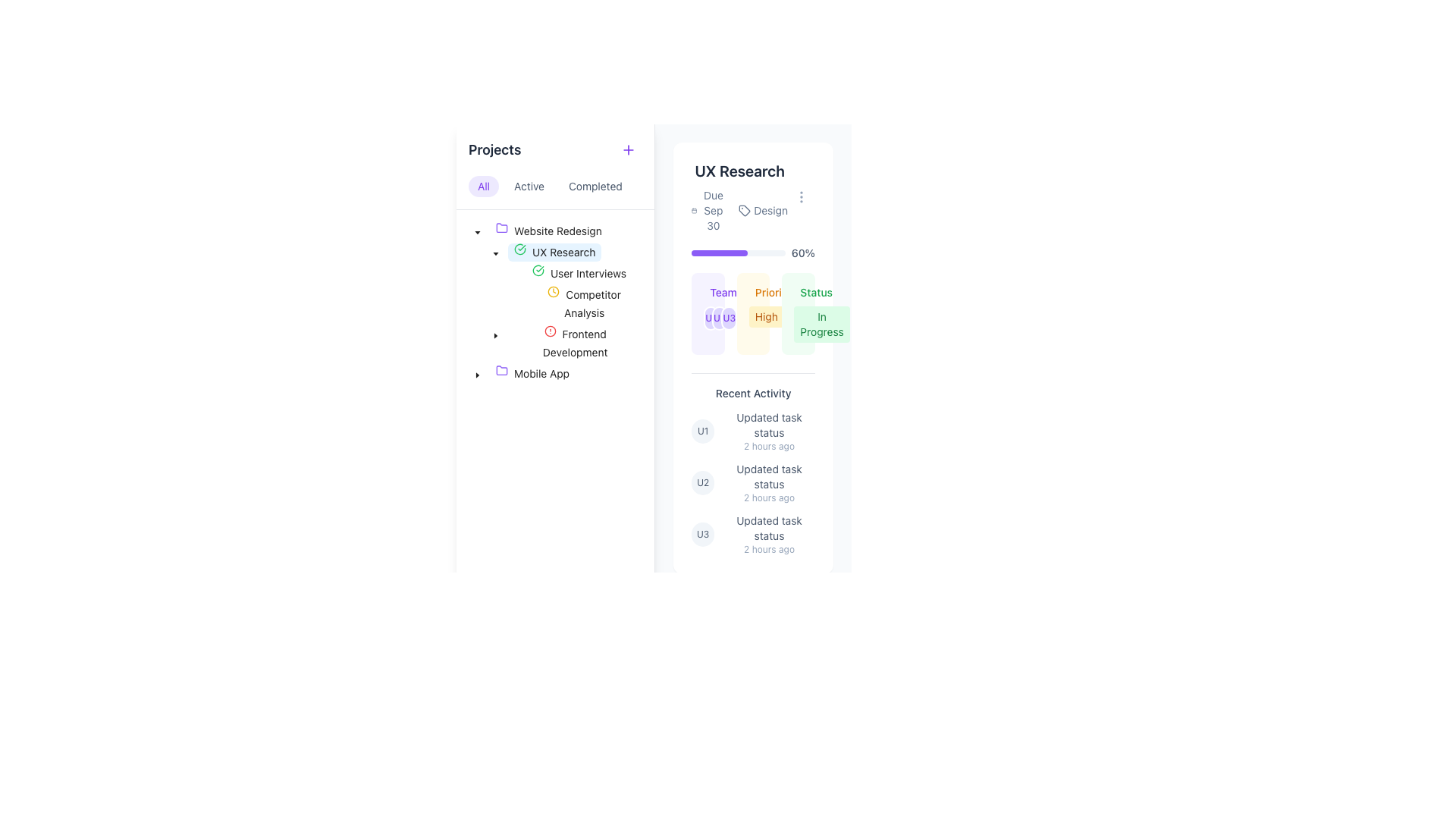  What do you see at coordinates (578, 274) in the screenshot?
I see `the 'User Interviews' label in the left pane under the 'Projects' section` at bounding box center [578, 274].